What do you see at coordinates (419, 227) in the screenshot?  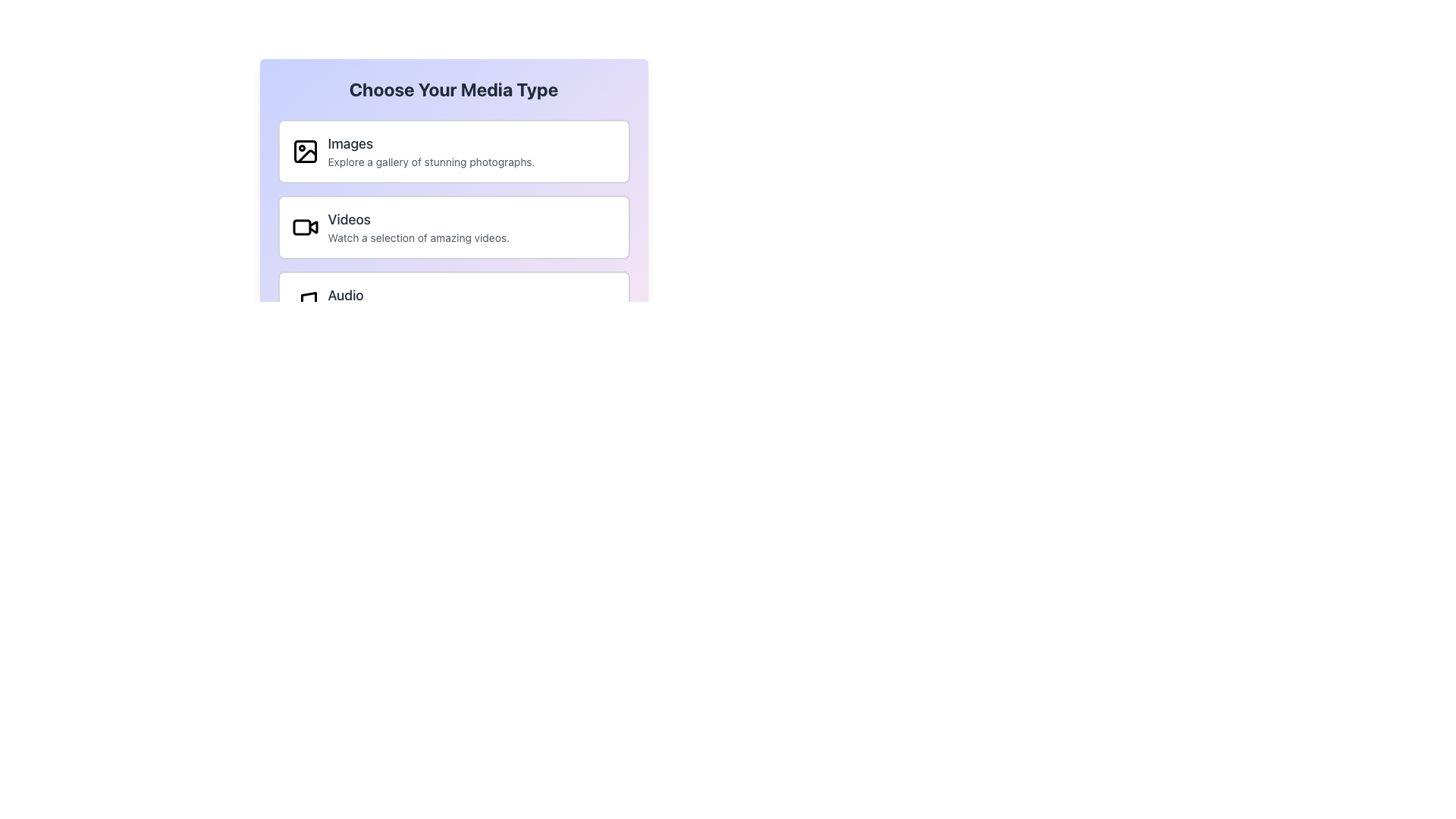 I see `the Text Description Block located in the second box of the media type options card, positioned between 'Images' and 'Audio'` at bounding box center [419, 227].